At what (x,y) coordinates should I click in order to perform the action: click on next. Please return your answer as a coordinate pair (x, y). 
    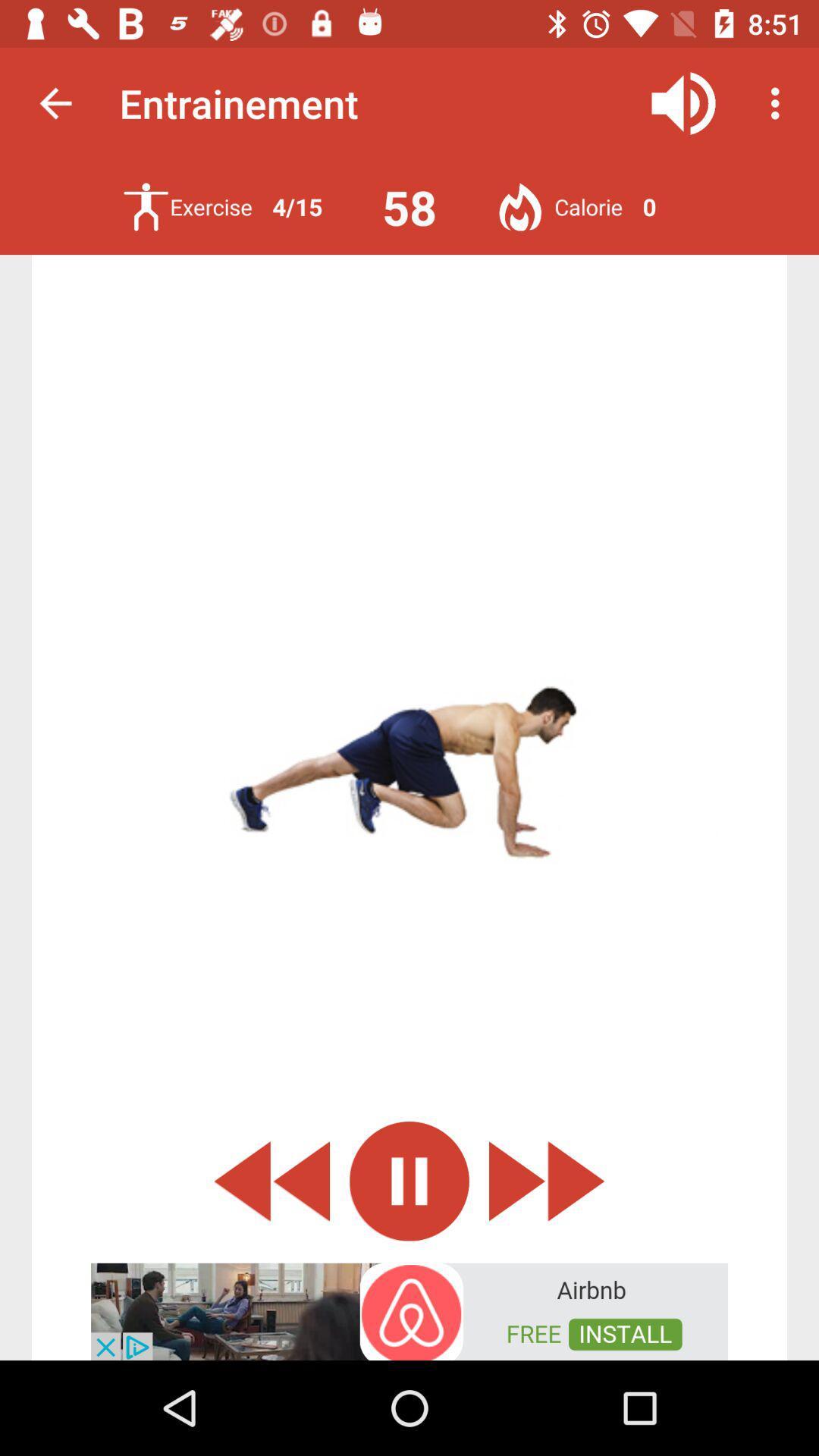
    Looking at the image, I should click on (547, 1180).